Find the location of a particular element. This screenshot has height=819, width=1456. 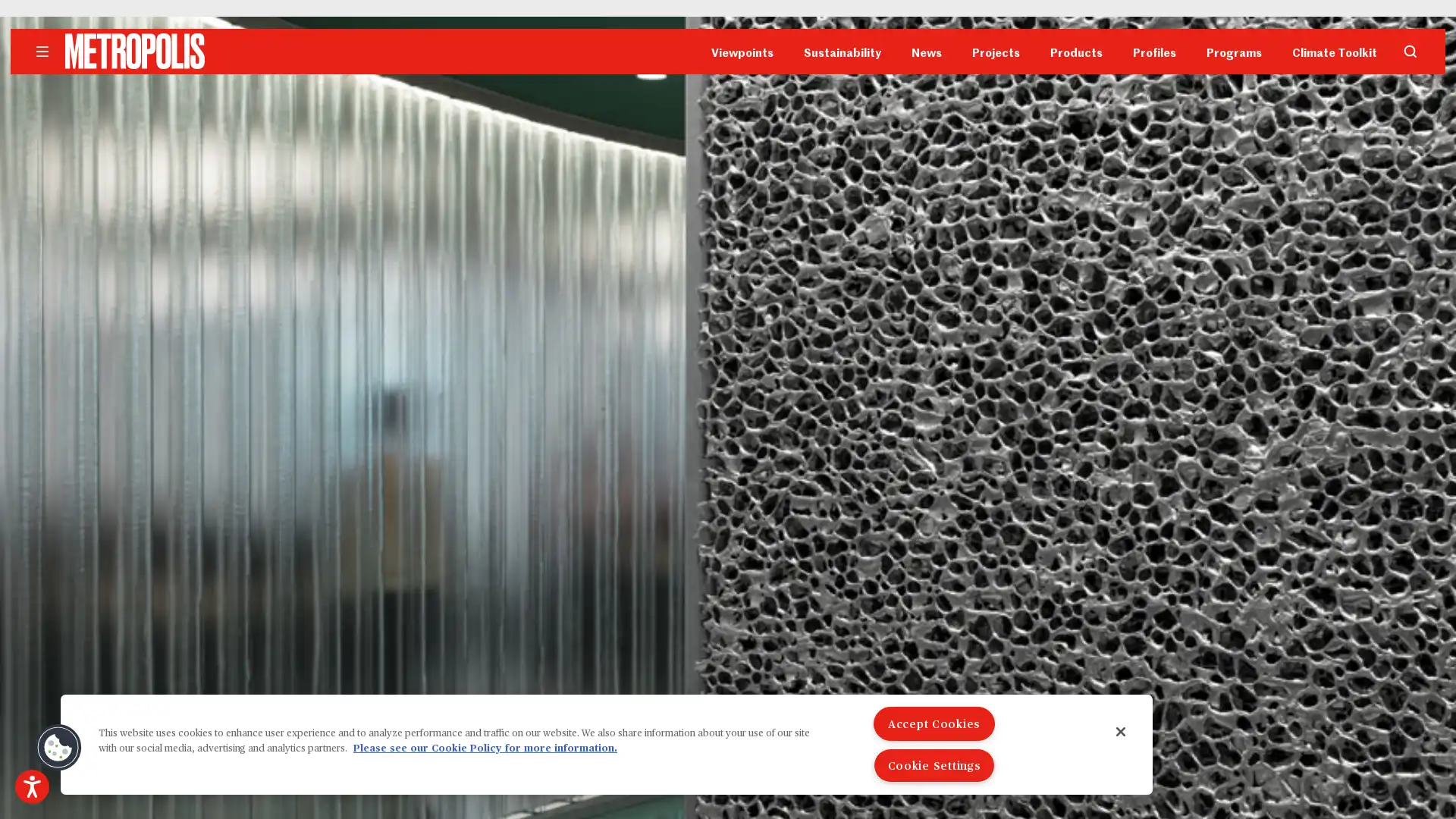

Join Our Email List is located at coordinates (728, 268).